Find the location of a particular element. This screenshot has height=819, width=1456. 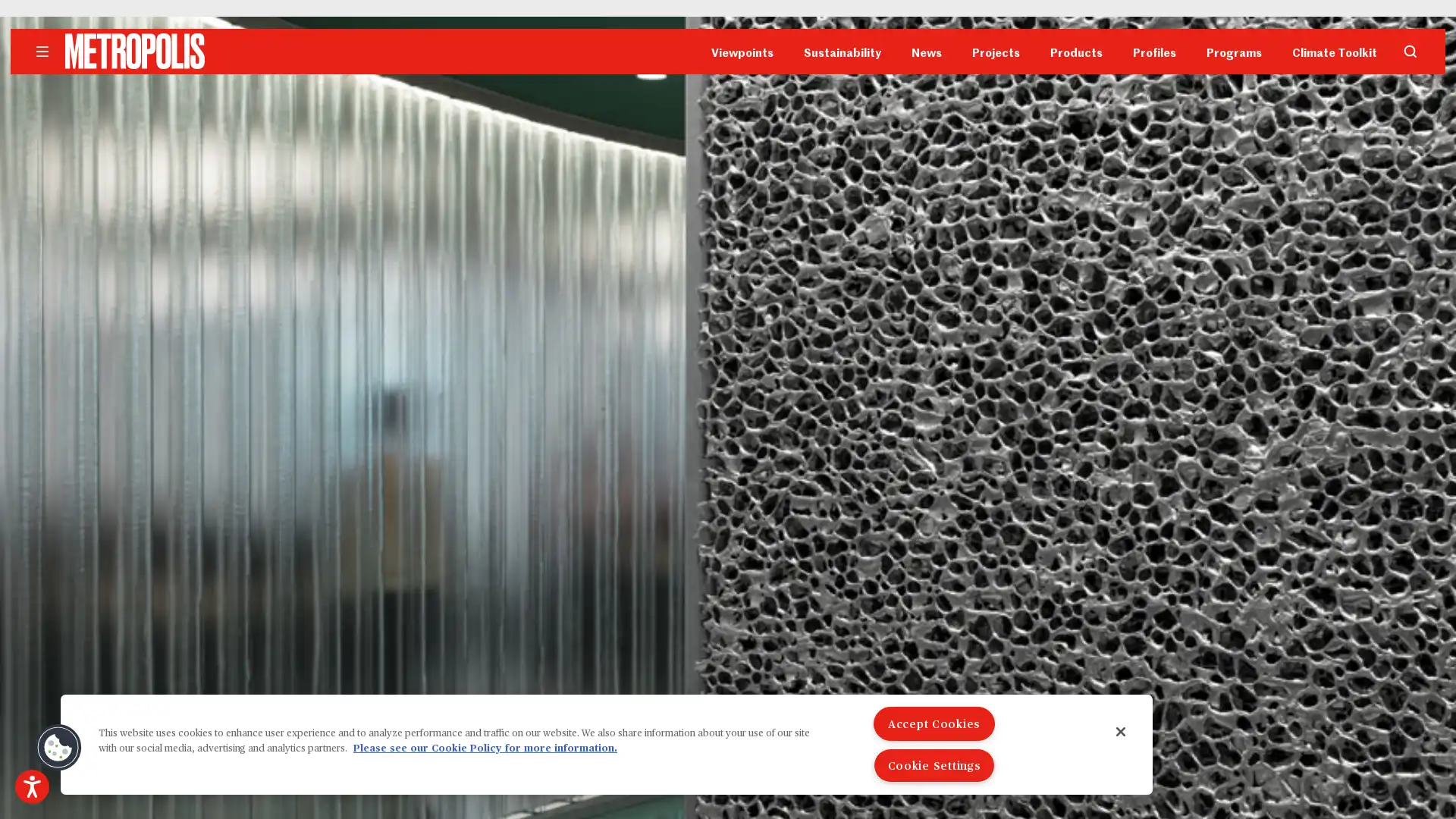

Join Our Email List is located at coordinates (728, 268).